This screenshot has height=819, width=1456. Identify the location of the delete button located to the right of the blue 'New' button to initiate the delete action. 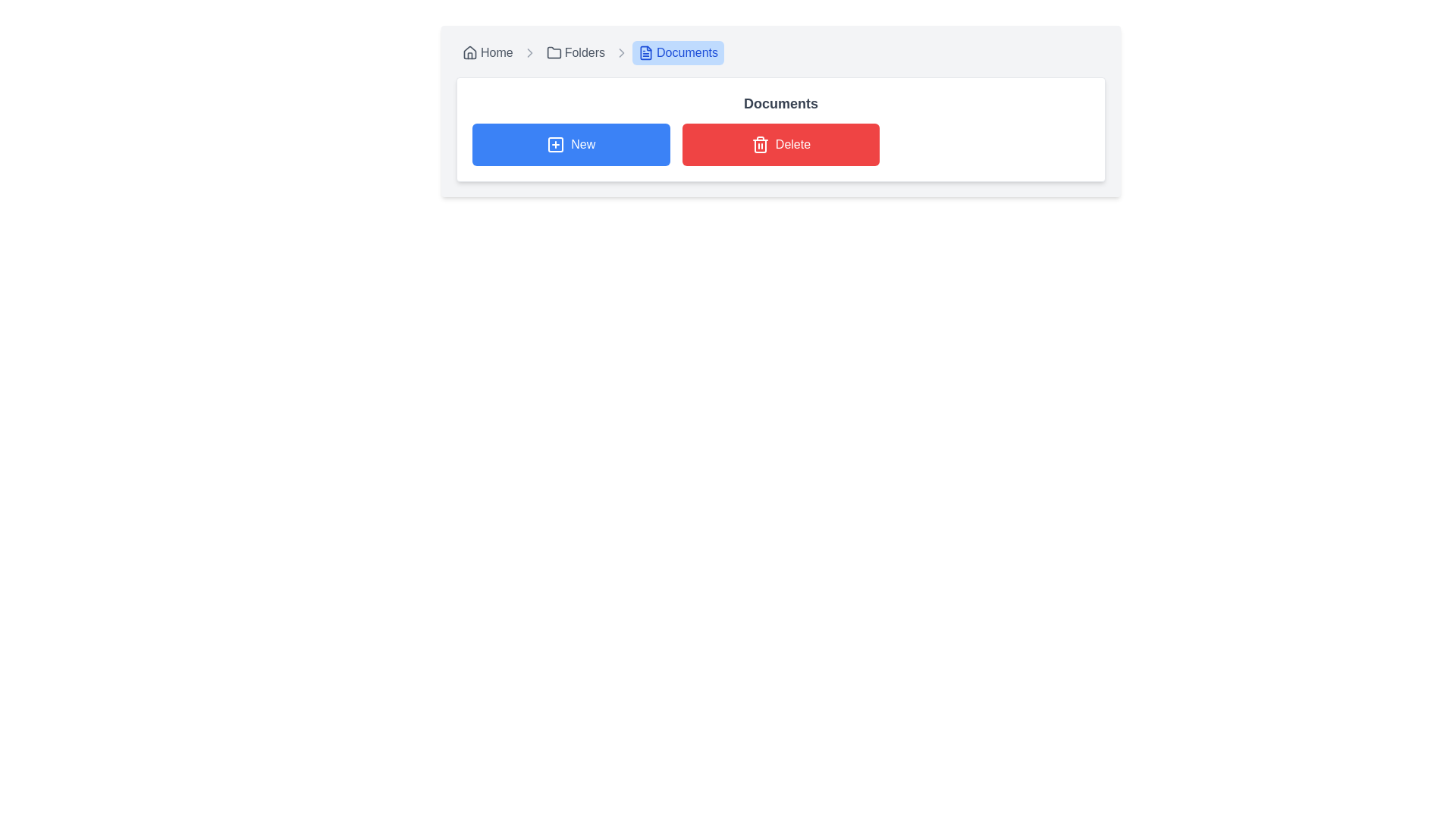
(781, 145).